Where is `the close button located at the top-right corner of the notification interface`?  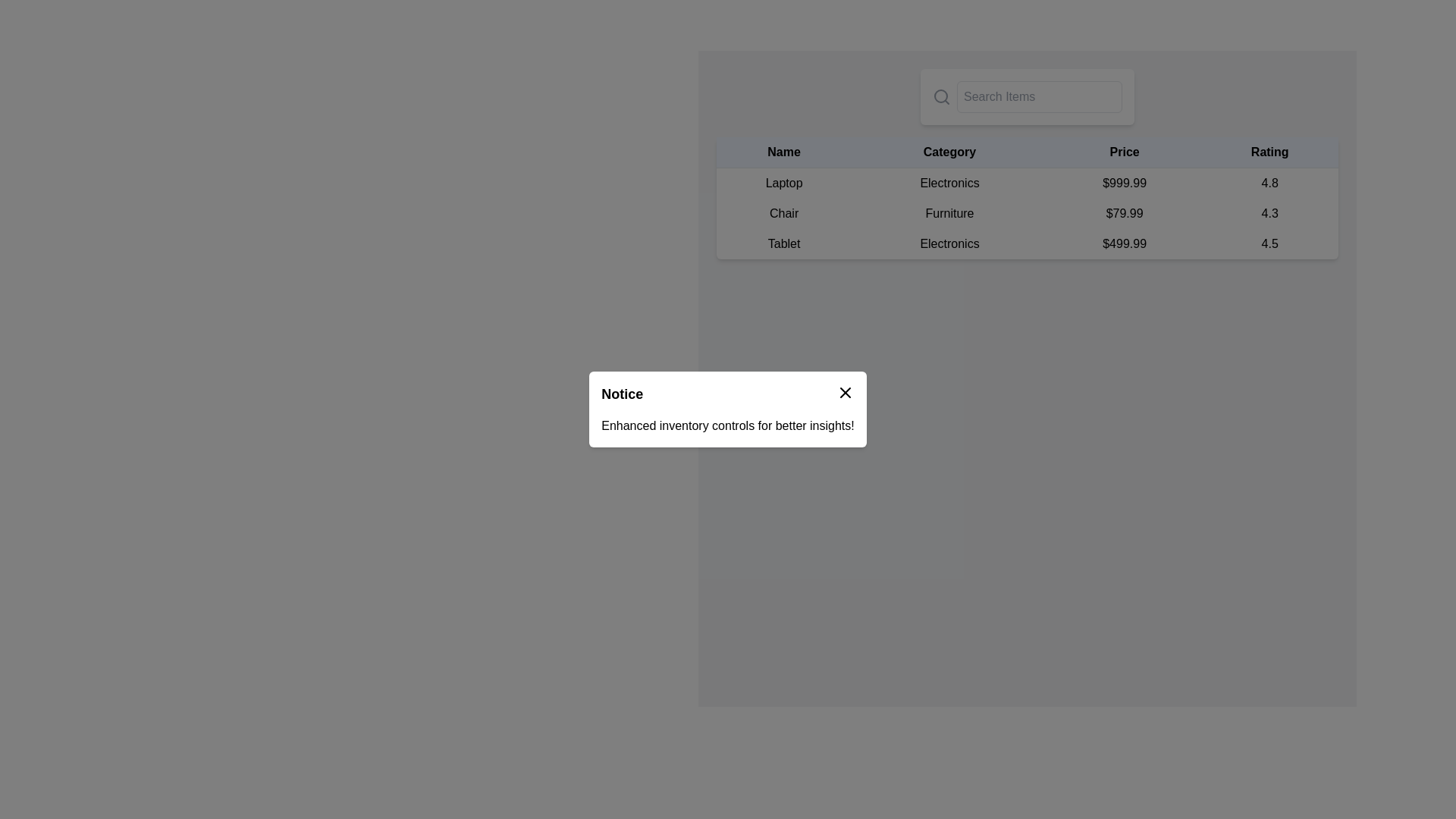 the close button located at the top-right corner of the notification interface is located at coordinates (844, 391).